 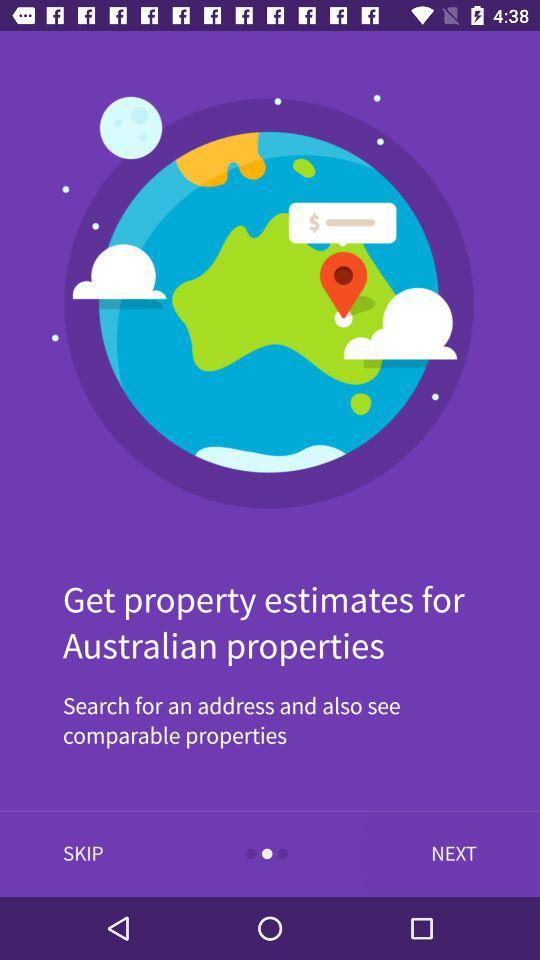 What do you see at coordinates (82, 853) in the screenshot?
I see `the skip icon` at bounding box center [82, 853].